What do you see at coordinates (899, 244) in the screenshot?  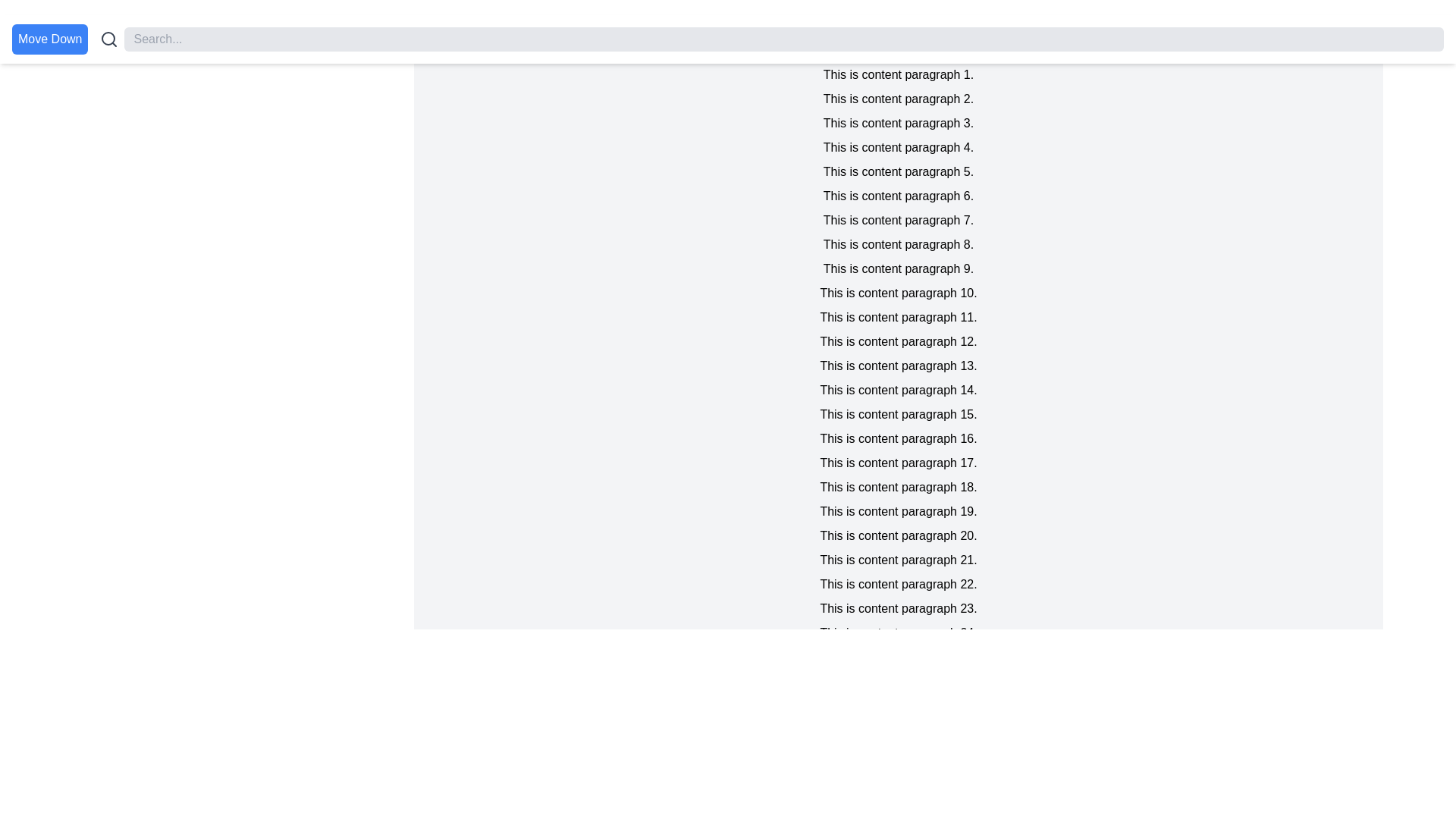 I see `the eighth paragraph text block to focus on it` at bounding box center [899, 244].